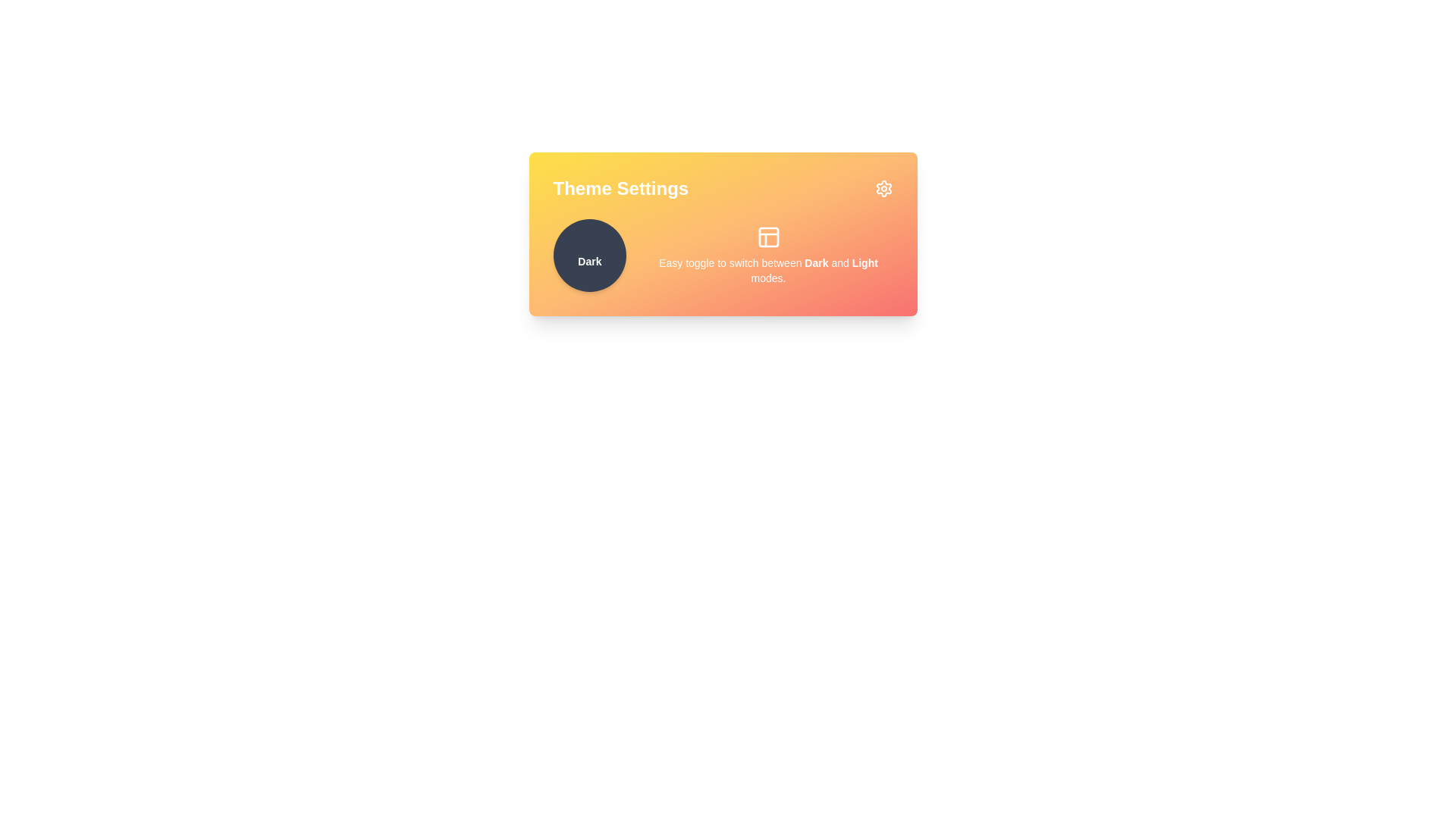  I want to click on the circular button to toggle the theme, so click(588, 254).